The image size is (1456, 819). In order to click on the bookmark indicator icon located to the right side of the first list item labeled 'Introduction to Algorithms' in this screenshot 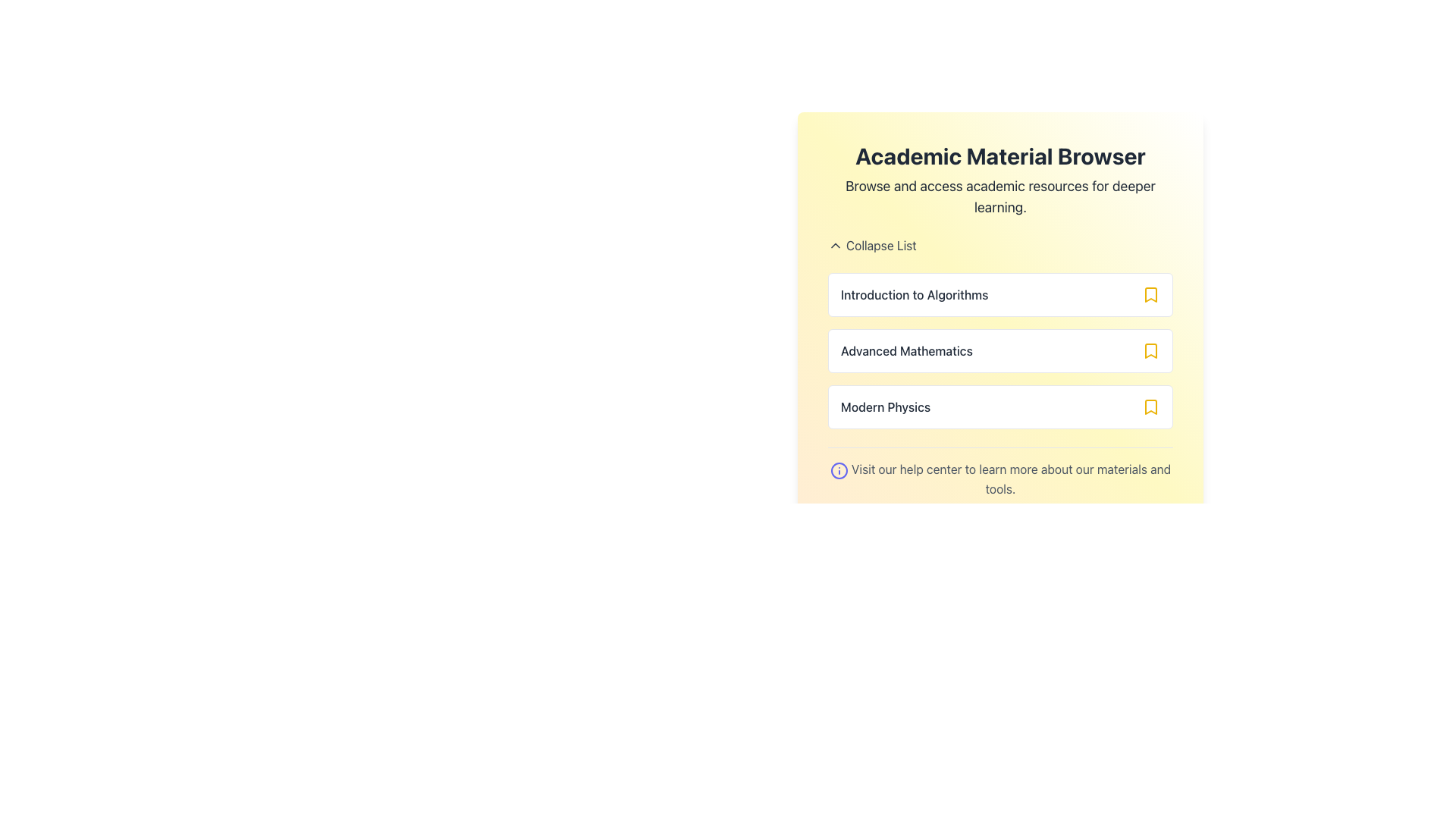, I will do `click(1150, 295)`.